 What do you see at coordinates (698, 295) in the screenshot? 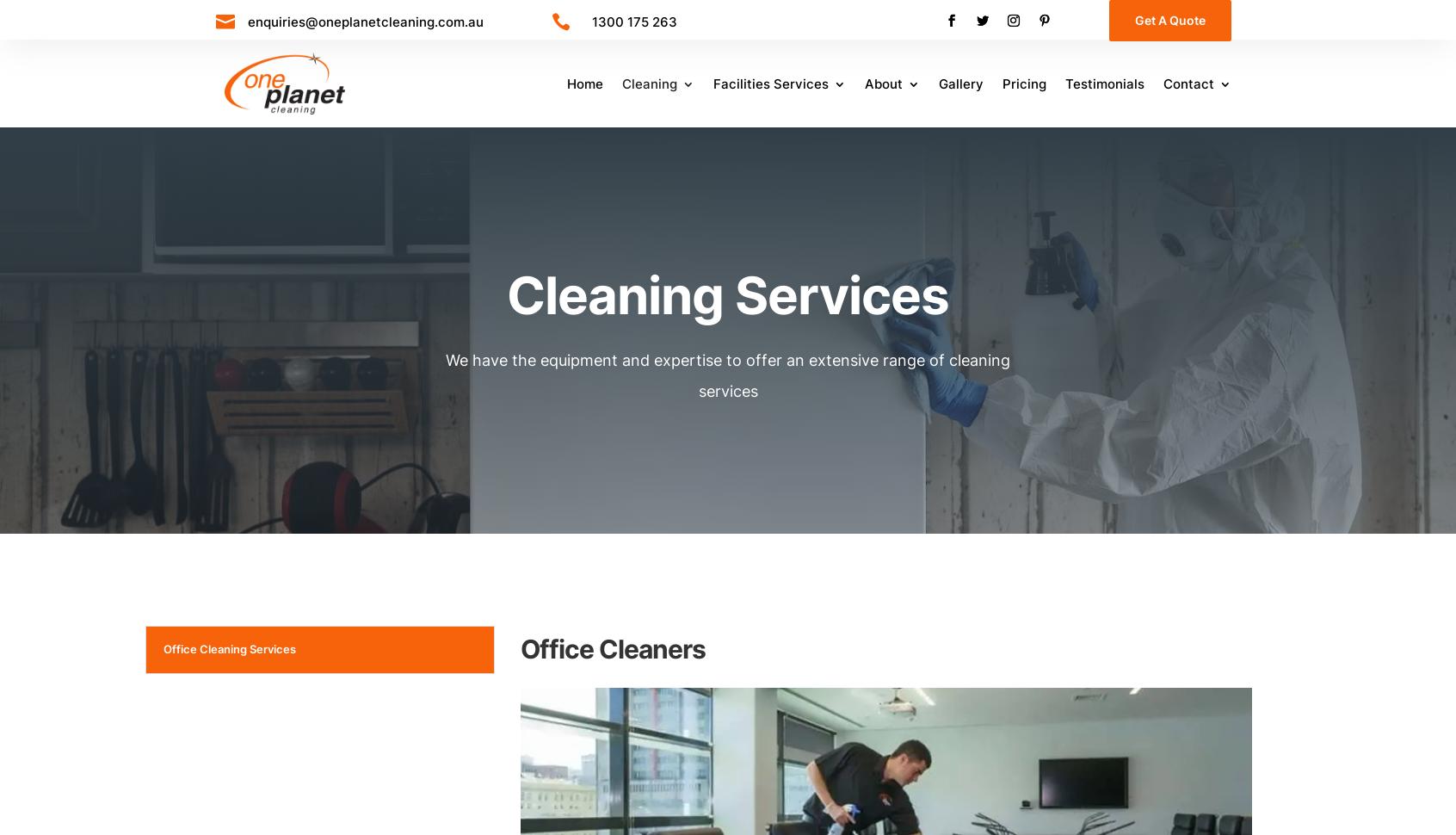
I see `'Retail and Public Spaces'` at bounding box center [698, 295].